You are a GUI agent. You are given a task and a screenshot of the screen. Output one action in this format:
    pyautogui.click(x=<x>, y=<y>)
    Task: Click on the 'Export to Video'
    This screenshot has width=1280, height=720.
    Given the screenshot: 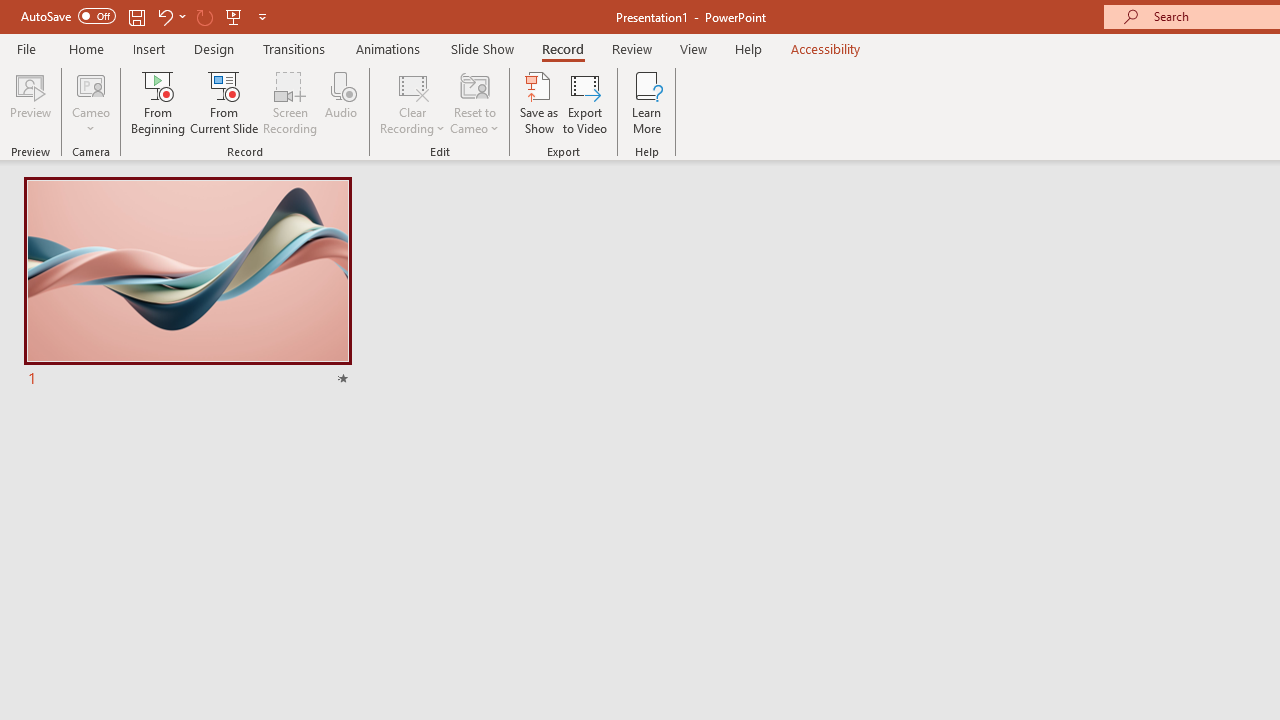 What is the action you would take?
    pyautogui.click(x=584, y=103)
    